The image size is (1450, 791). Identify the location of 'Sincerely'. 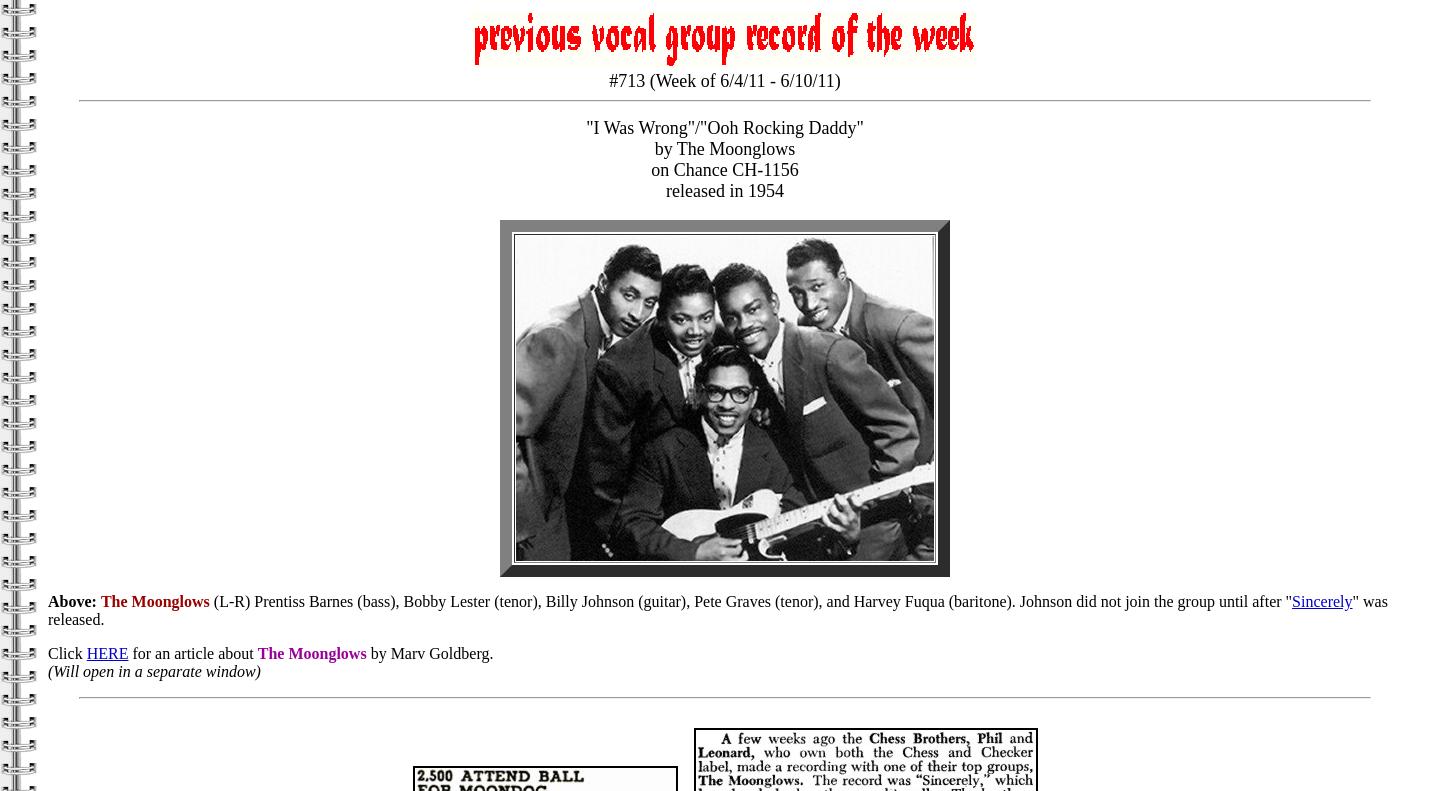
(1291, 600).